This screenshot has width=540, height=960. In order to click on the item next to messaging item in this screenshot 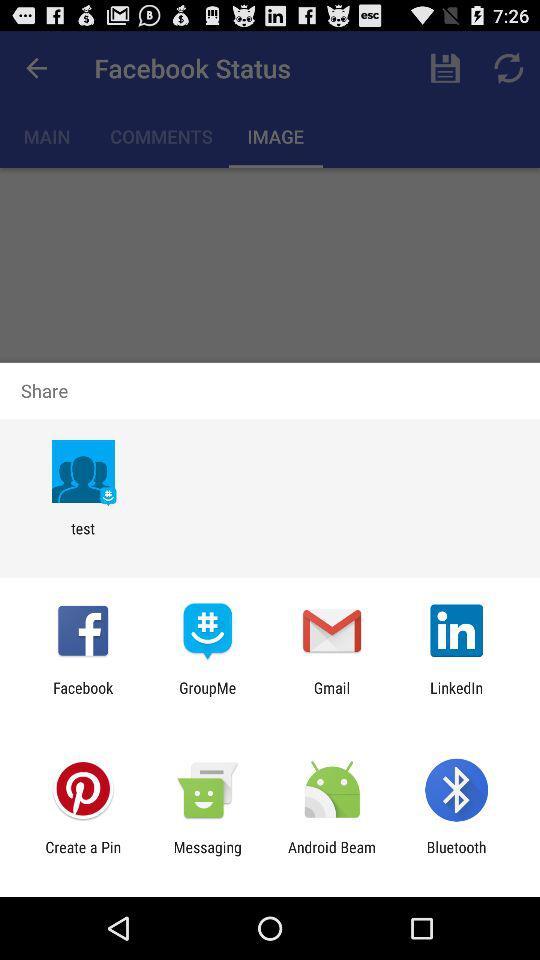, I will do `click(82, 855)`.